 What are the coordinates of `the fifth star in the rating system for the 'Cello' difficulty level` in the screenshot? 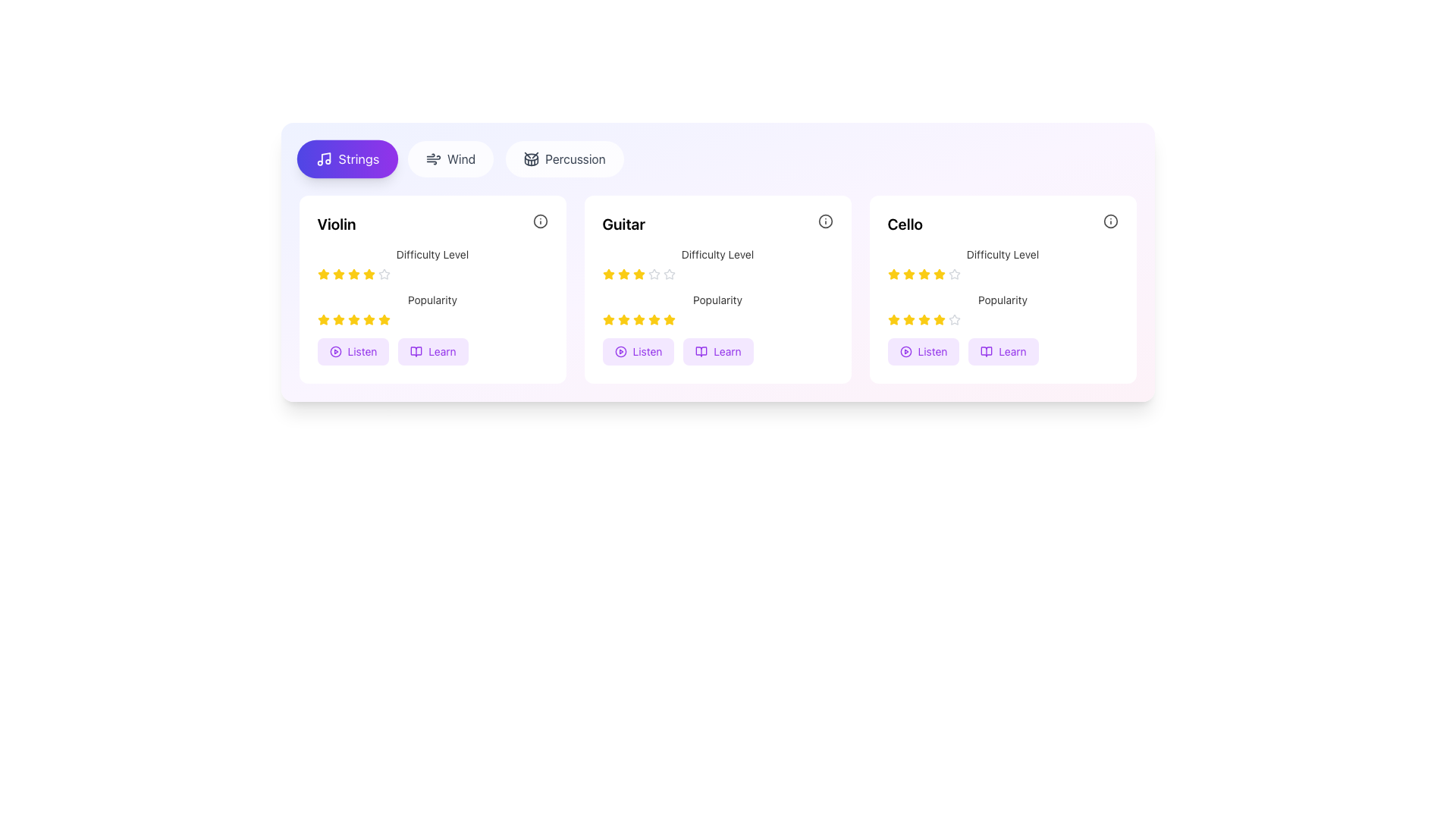 It's located at (952, 274).